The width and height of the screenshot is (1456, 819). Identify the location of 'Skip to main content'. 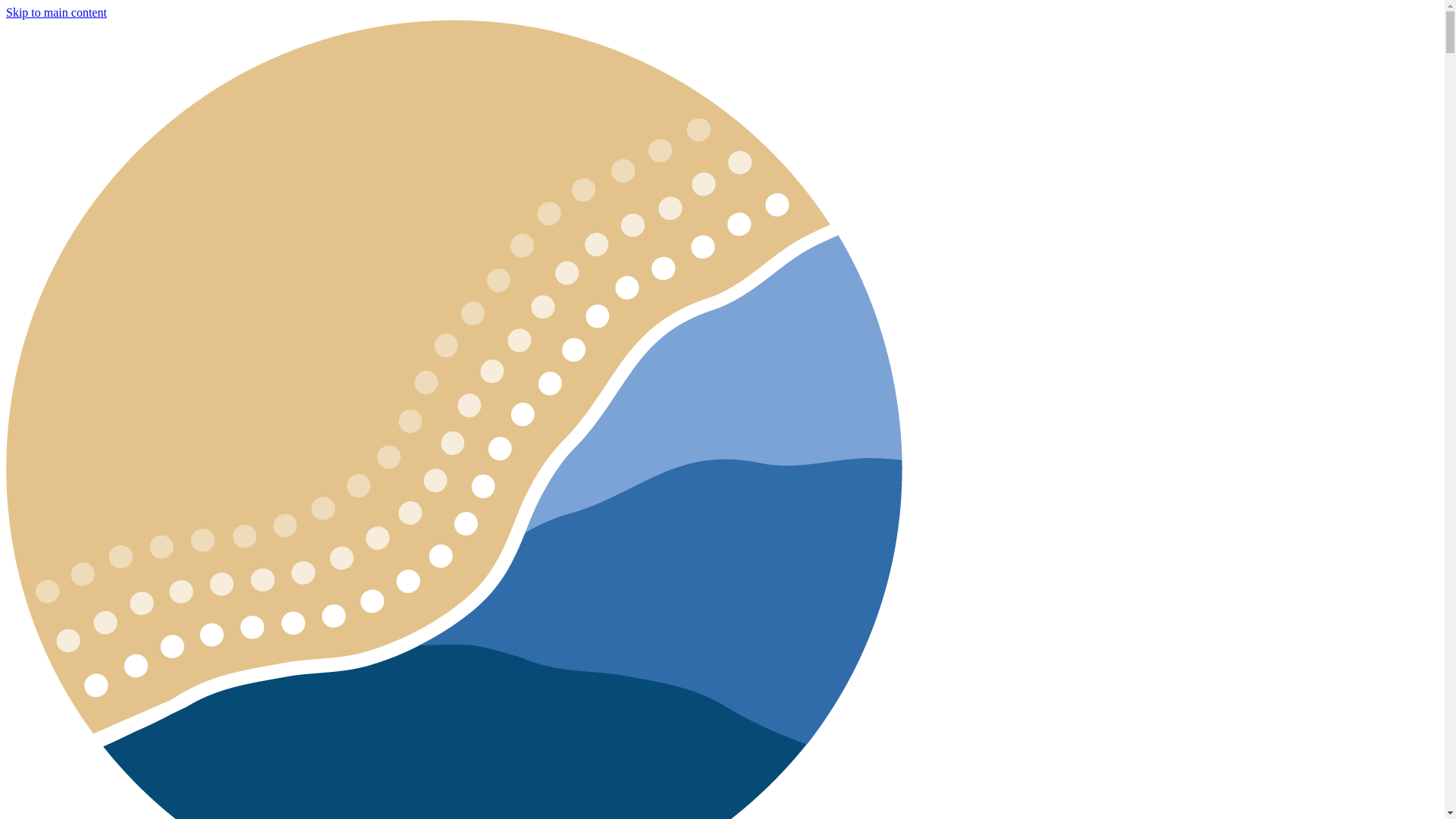
(56, 12).